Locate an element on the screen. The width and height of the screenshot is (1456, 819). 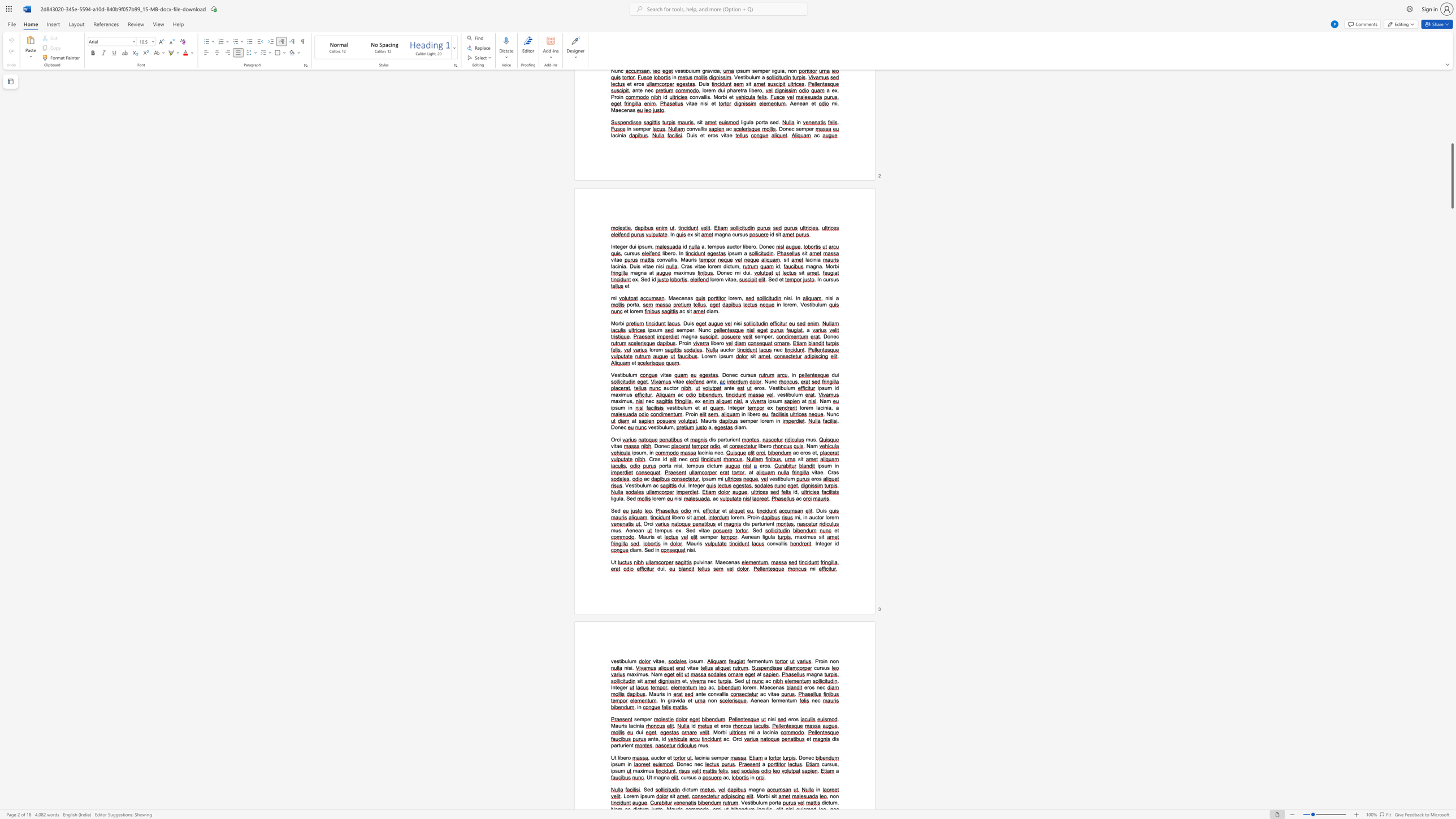
the space between the continuous character "D" and "o" in the text is located at coordinates (680, 764).